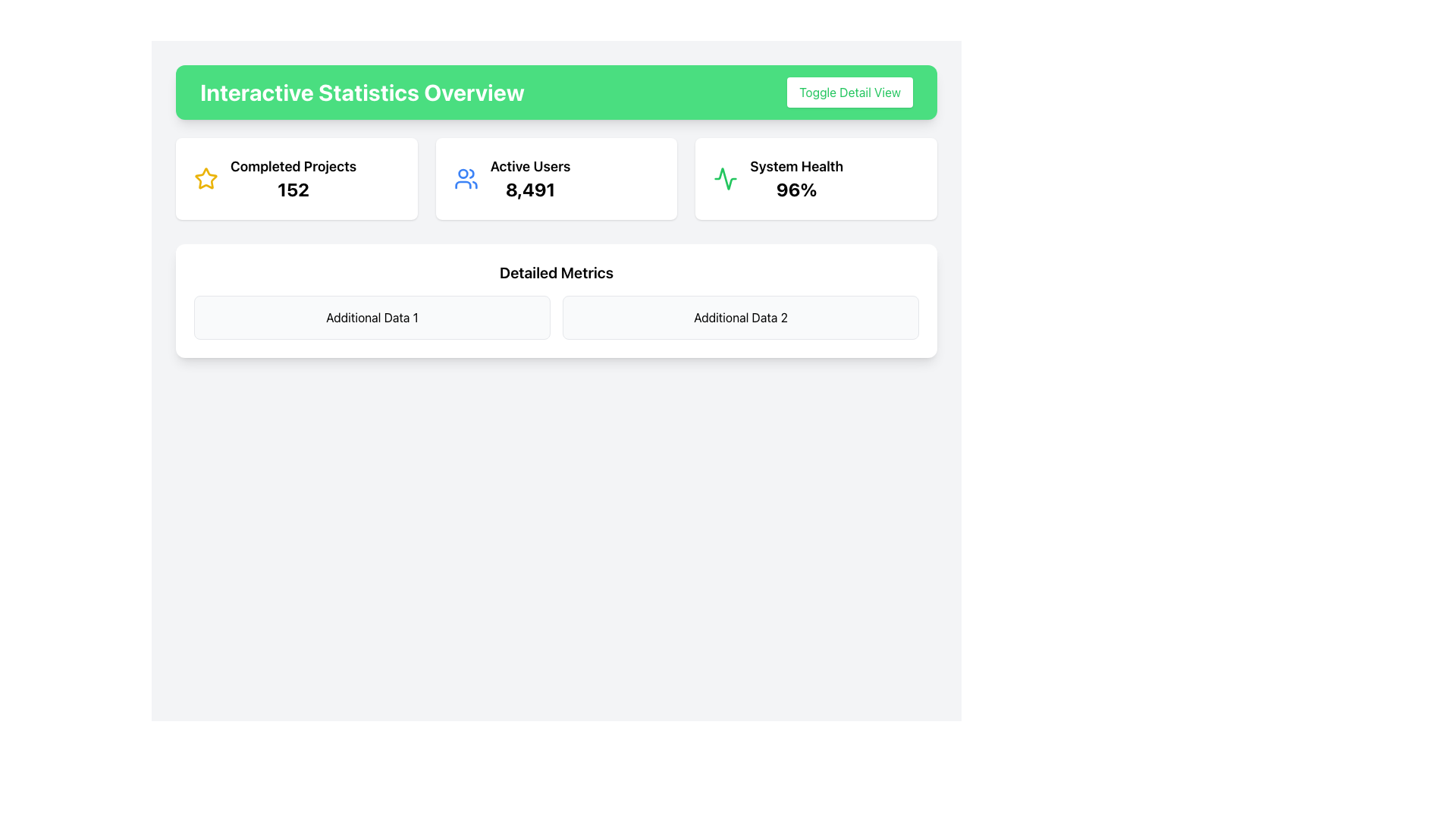 Image resolution: width=1456 pixels, height=819 pixels. I want to click on the toggle button located in the top-right corner of the green header bar next to 'Interactive Statistics Overview', so click(850, 93).